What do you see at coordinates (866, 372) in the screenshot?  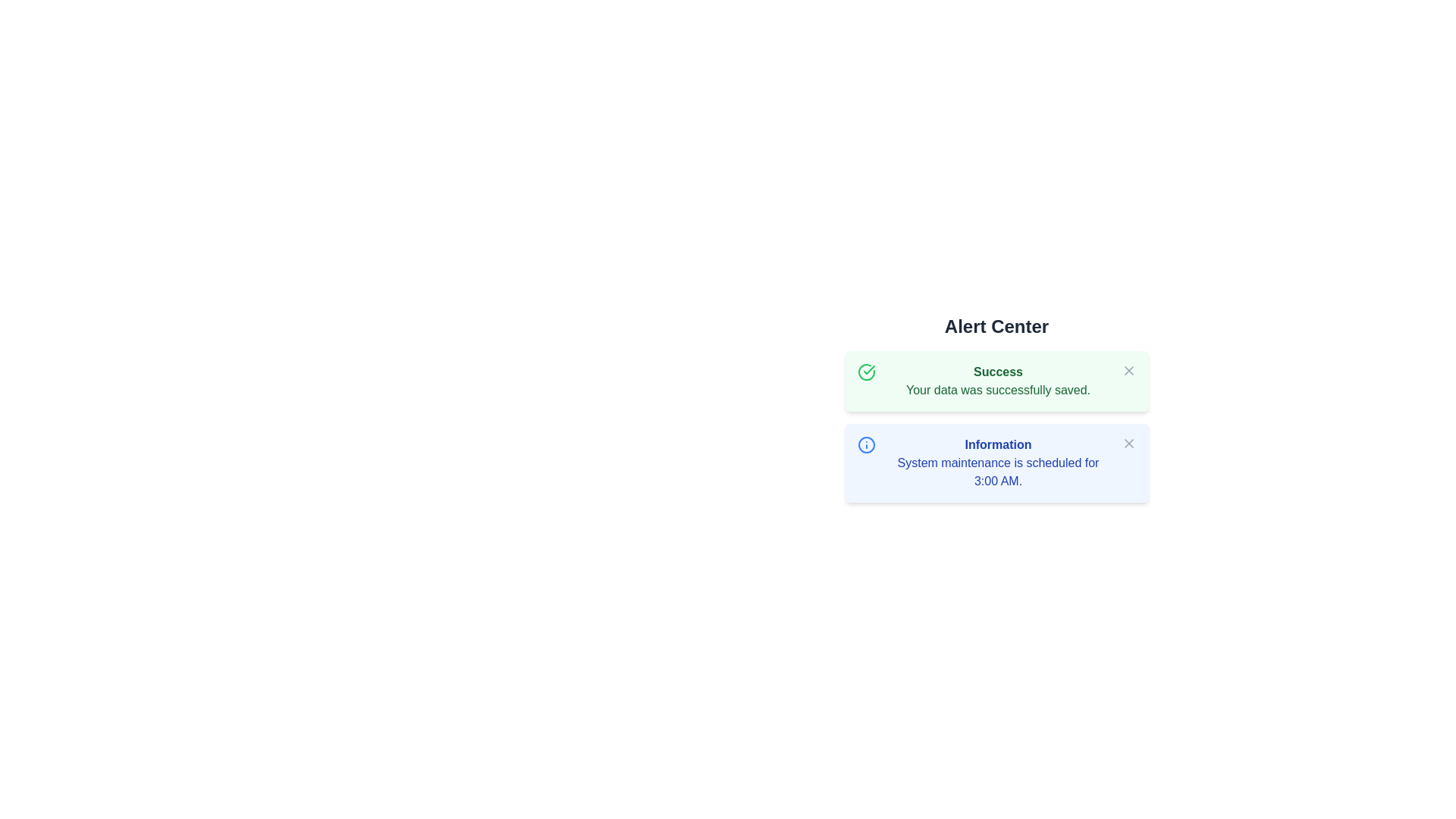 I see `the circular green icon with a checkmark inside it, located in the upper-left part of the green notification box indicating success` at bounding box center [866, 372].